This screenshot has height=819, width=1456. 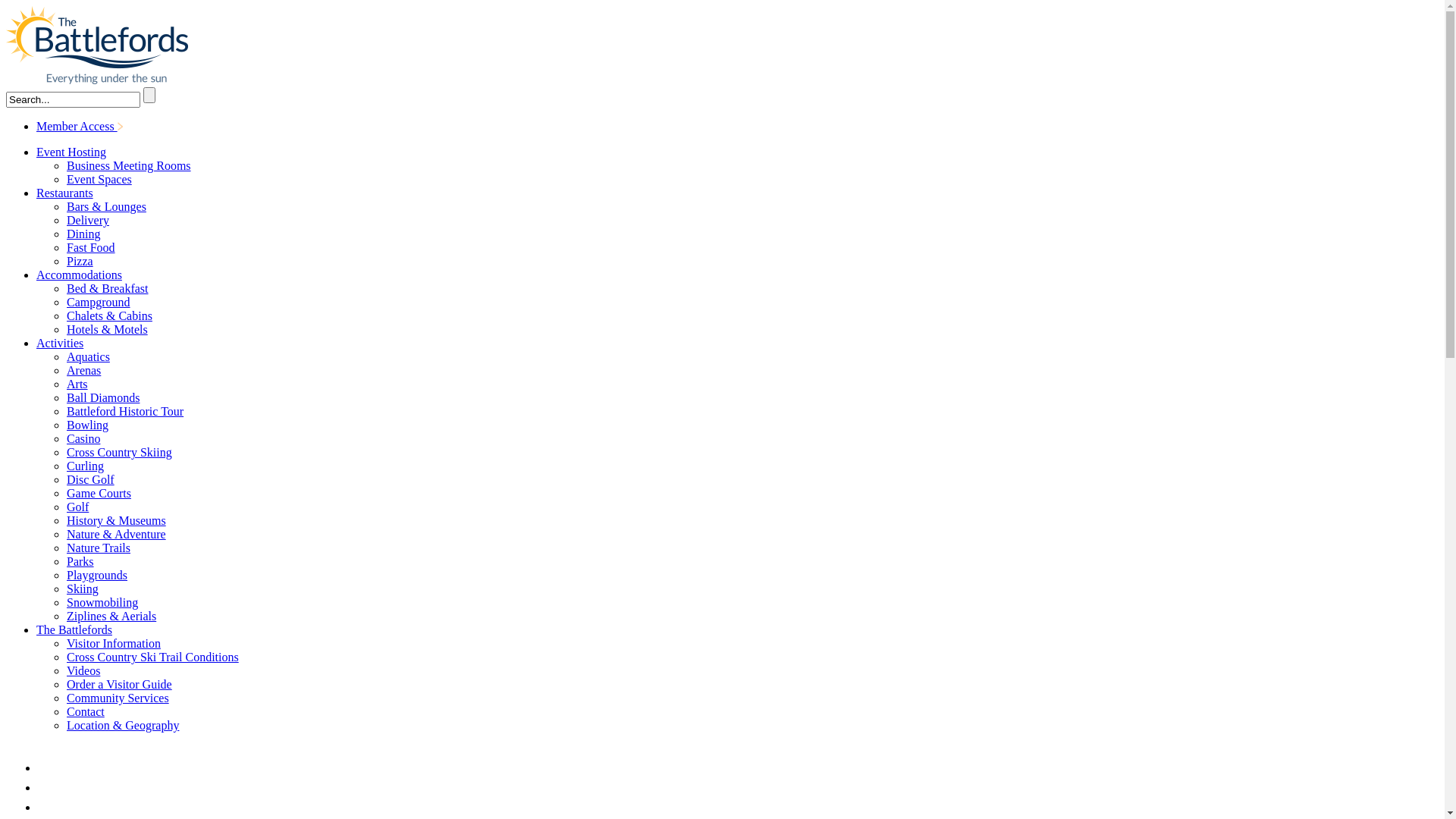 I want to click on 'Nature & Adventure', so click(x=115, y=533).